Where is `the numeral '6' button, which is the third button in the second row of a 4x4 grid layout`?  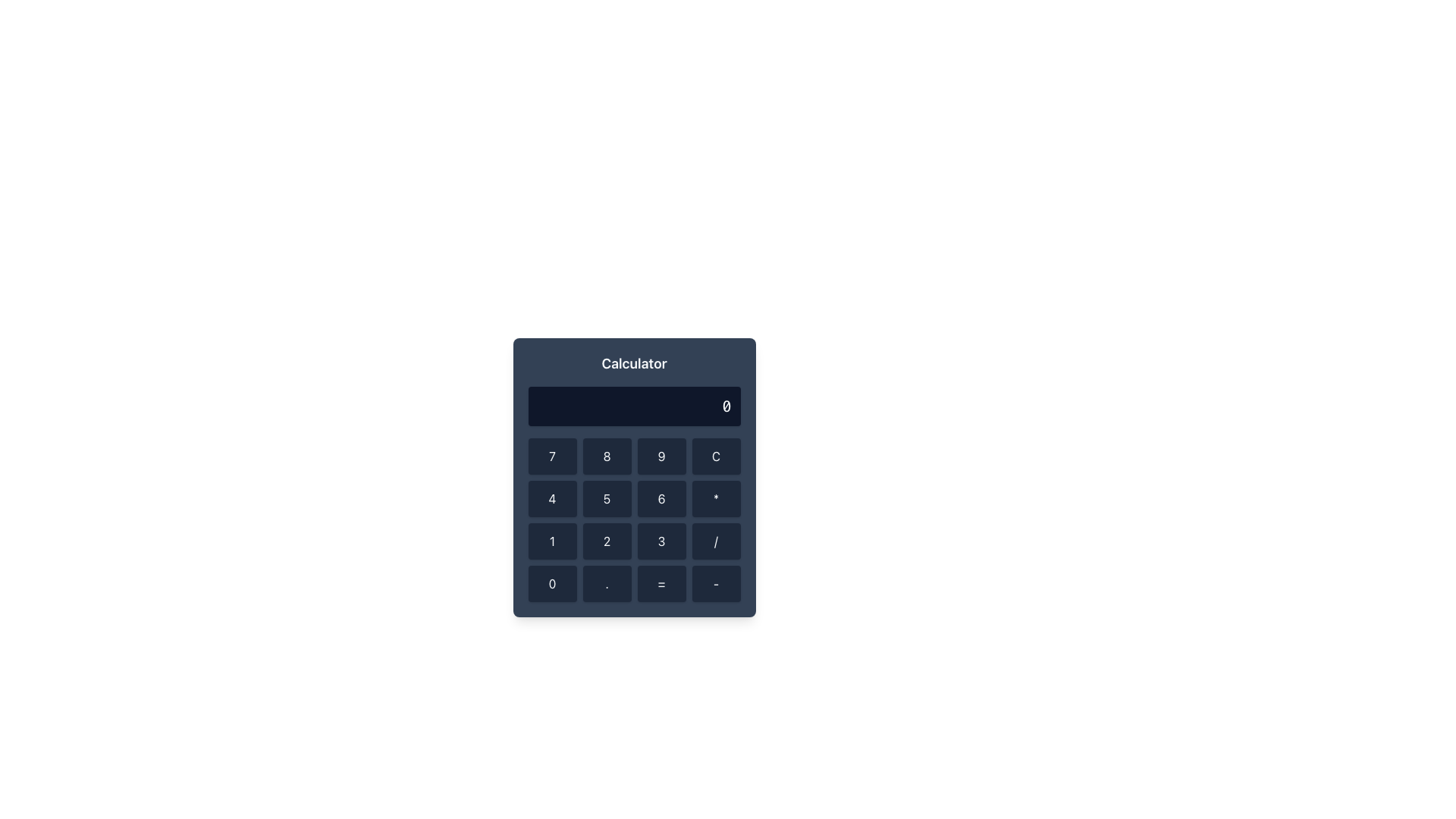 the numeral '6' button, which is the third button in the second row of a 4x4 grid layout is located at coordinates (661, 499).